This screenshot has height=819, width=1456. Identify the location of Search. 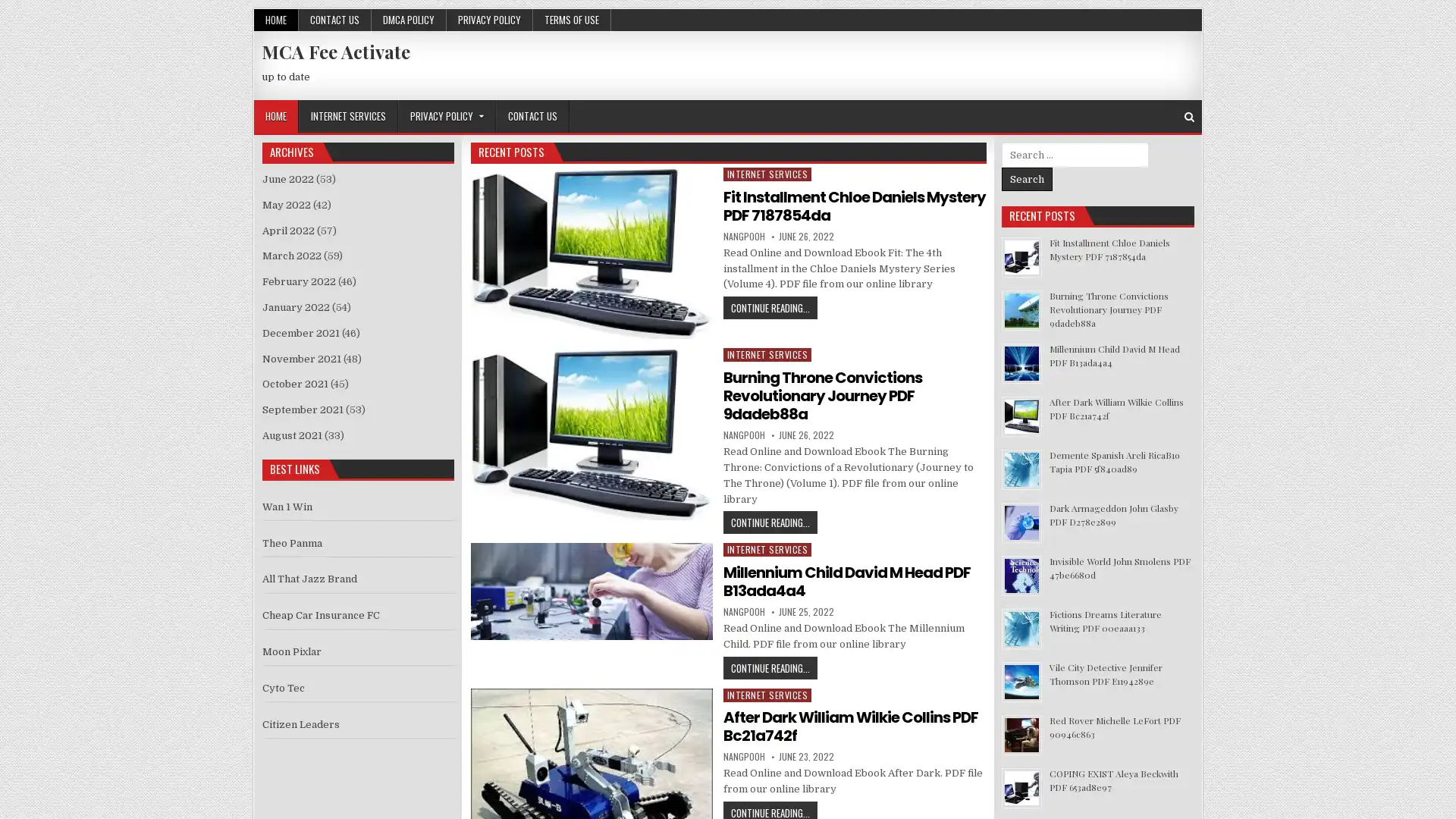
(1027, 178).